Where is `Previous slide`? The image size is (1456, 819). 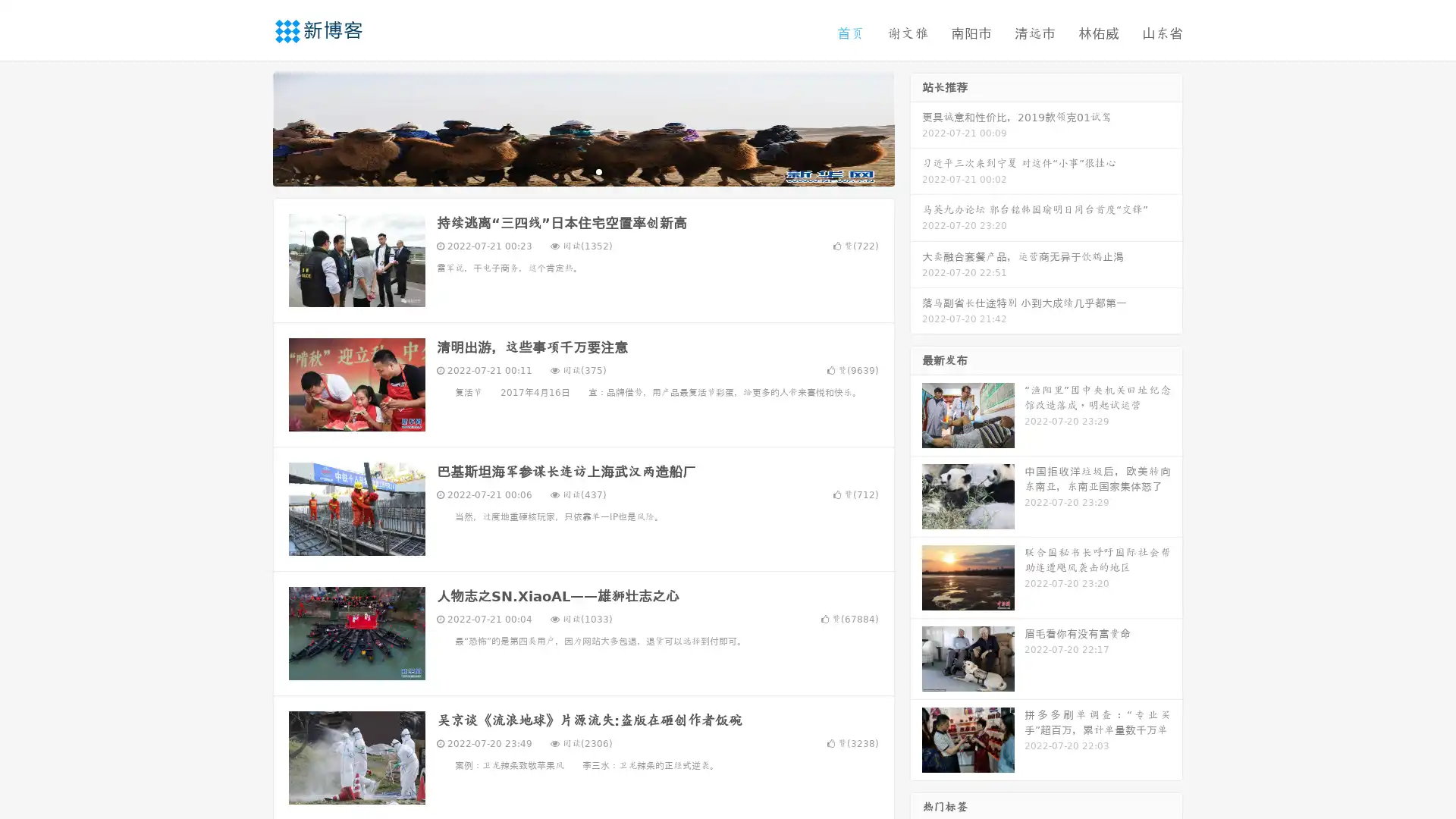 Previous slide is located at coordinates (250, 127).